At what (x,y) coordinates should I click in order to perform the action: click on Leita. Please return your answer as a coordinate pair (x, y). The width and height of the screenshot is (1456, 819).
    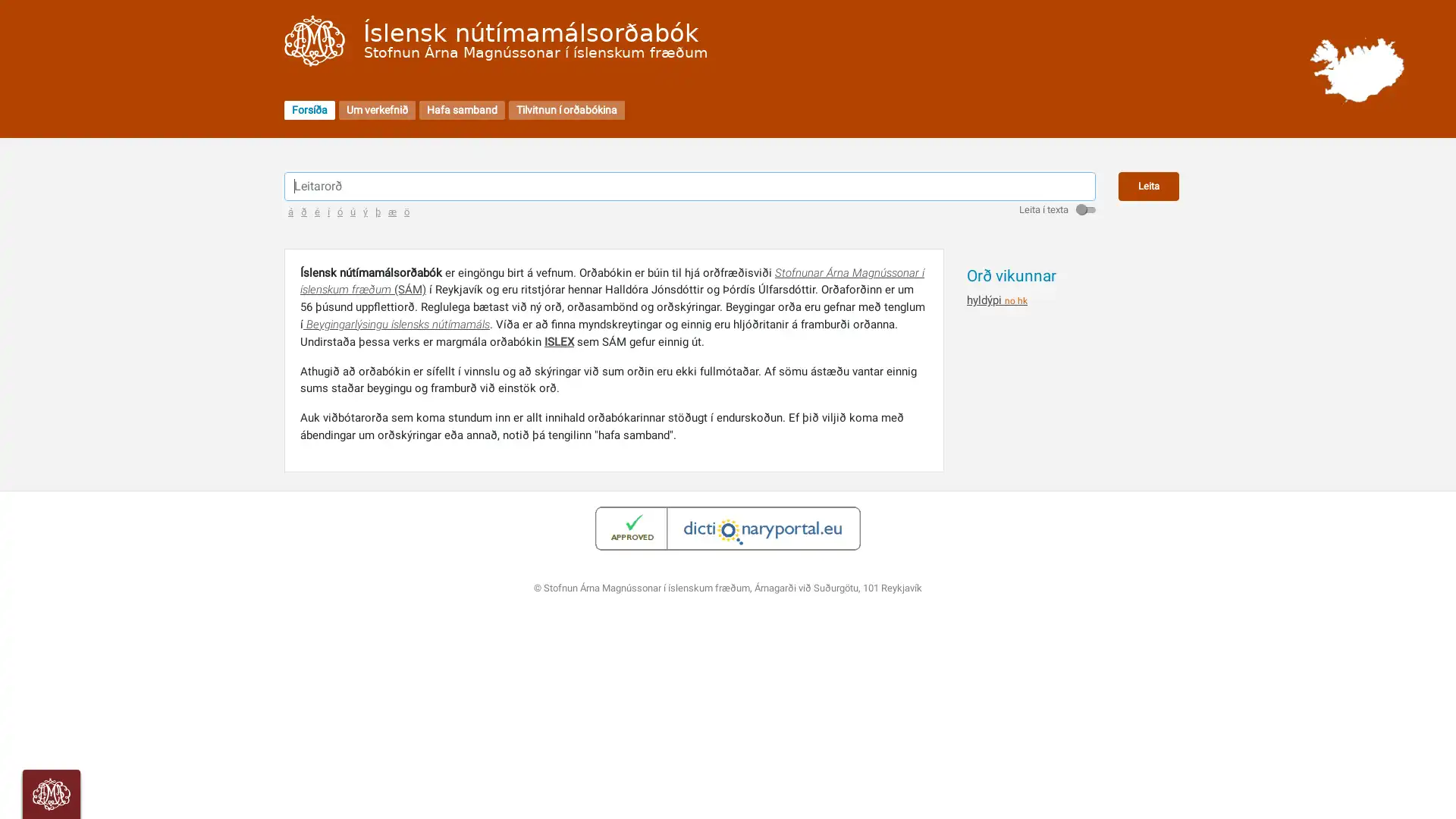
    Looking at the image, I should click on (1149, 185).